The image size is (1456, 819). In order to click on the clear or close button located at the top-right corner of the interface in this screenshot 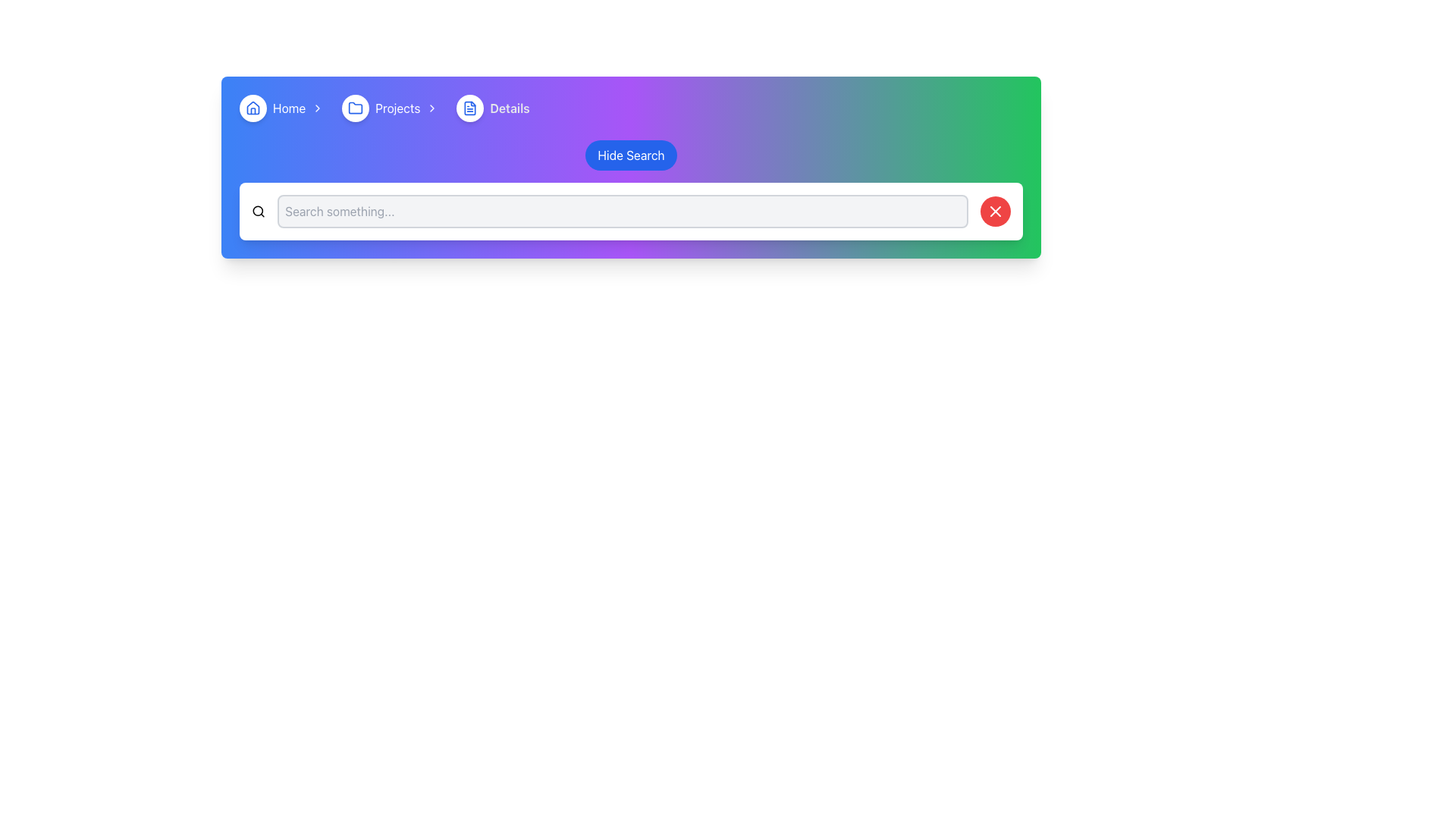, I will do `click(996, 211)`.